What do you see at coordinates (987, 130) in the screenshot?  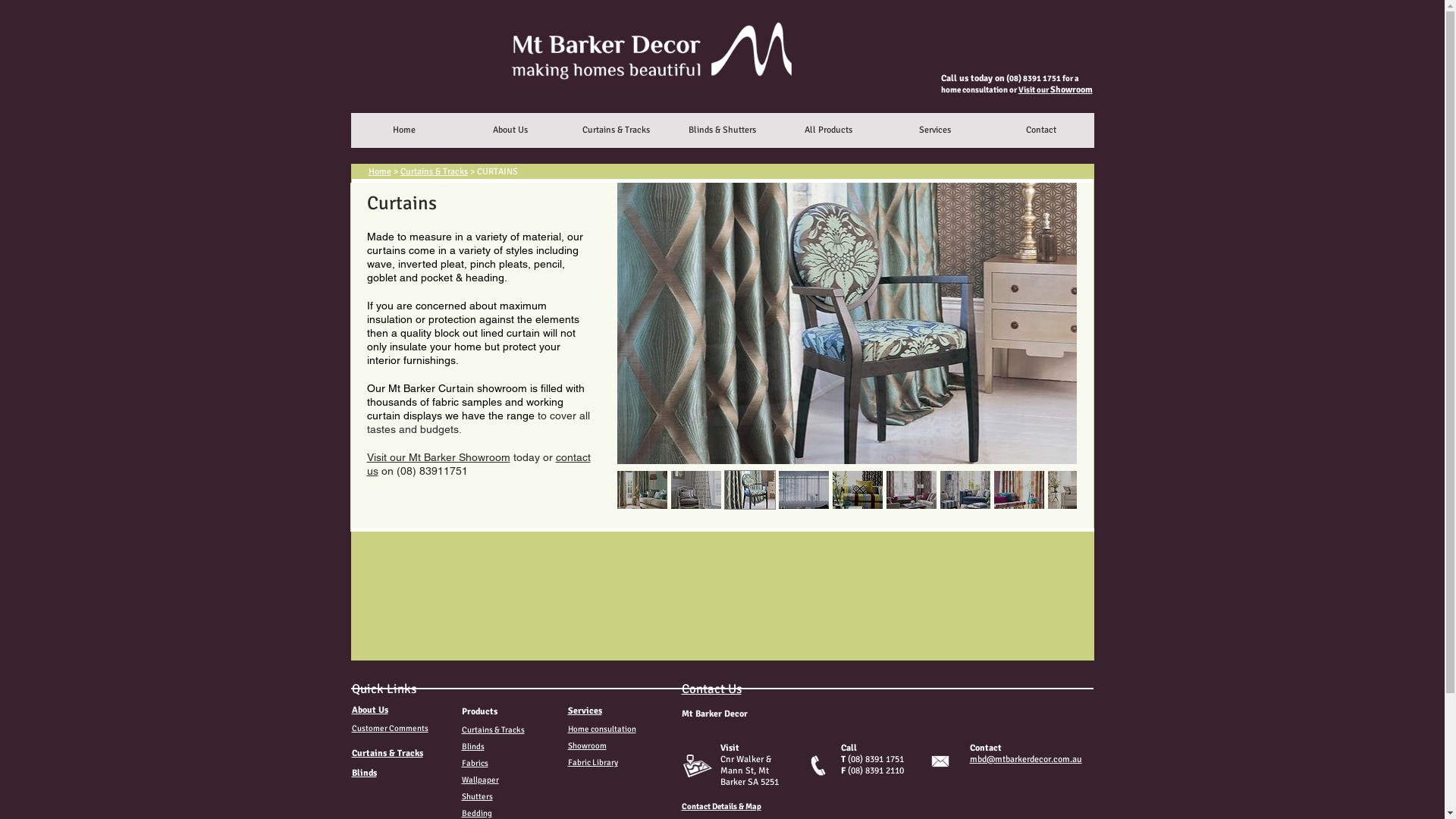 I see `'Contact'` at bounding box center [987, 130].